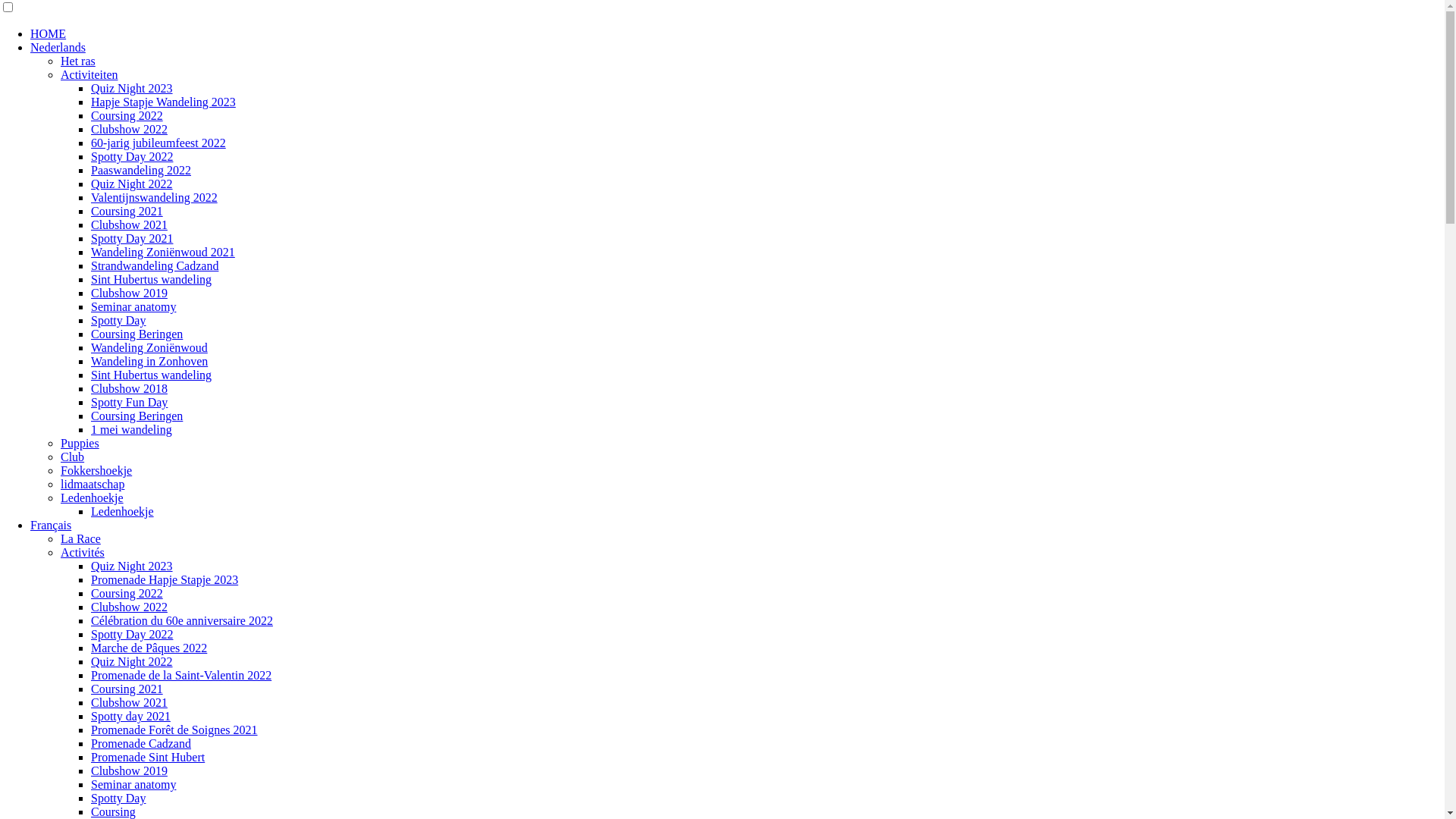  Describe the element at coordinates (131, 634) in the screenshot. I see `'Spotty Day 2022'` at that location.